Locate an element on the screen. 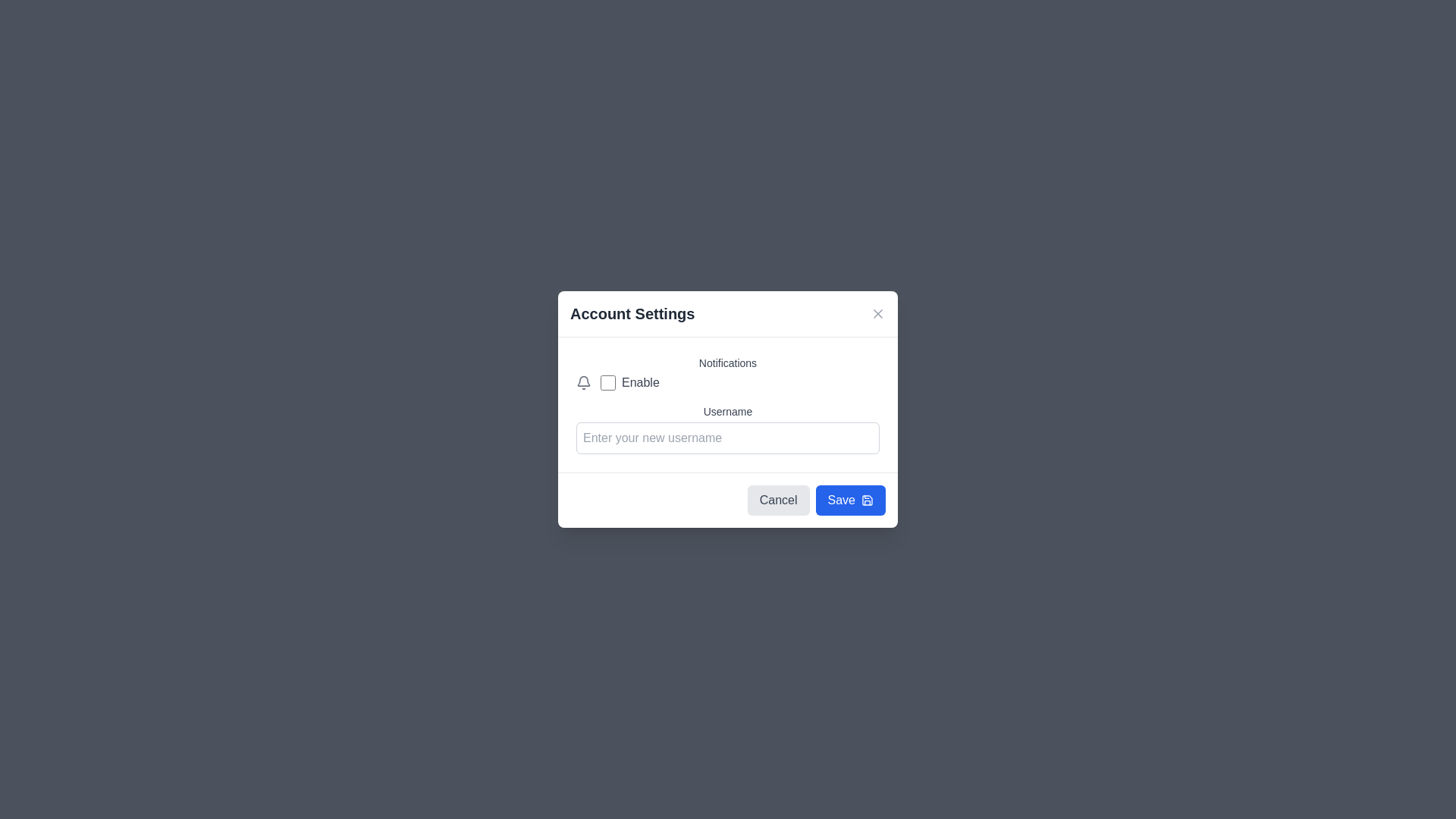  the checkbox located next to the 'Enable' text in the settings interface is located at coordinates (607, 382).